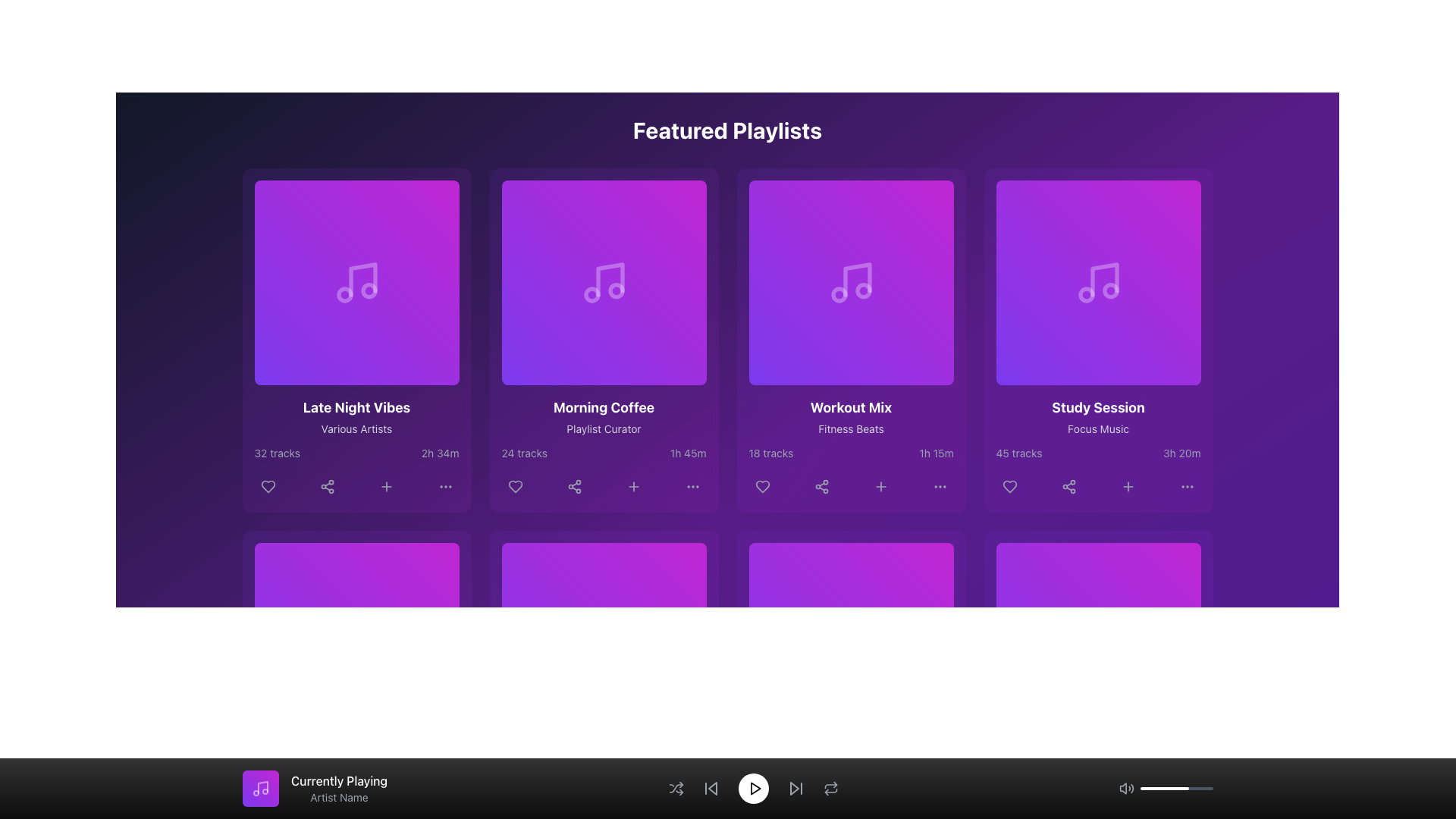  I want to click on the Interactive Icon (Ellipsis) represented by three circular dots in white against a purple background, located at the bottom right of the 'Late Night Vibes' playlist card, so click(444, 486).